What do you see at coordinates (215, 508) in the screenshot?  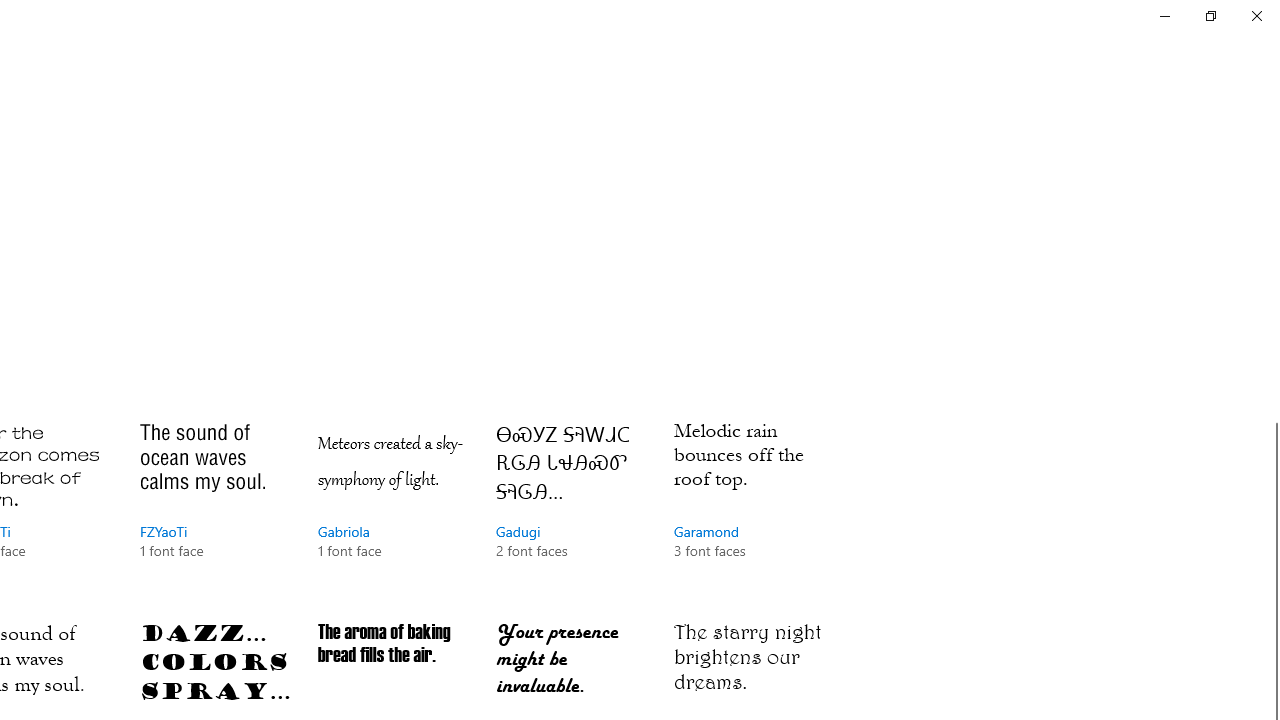 I see `'FZYaoTi, 1 font face'` at bounding box center [215, 508].